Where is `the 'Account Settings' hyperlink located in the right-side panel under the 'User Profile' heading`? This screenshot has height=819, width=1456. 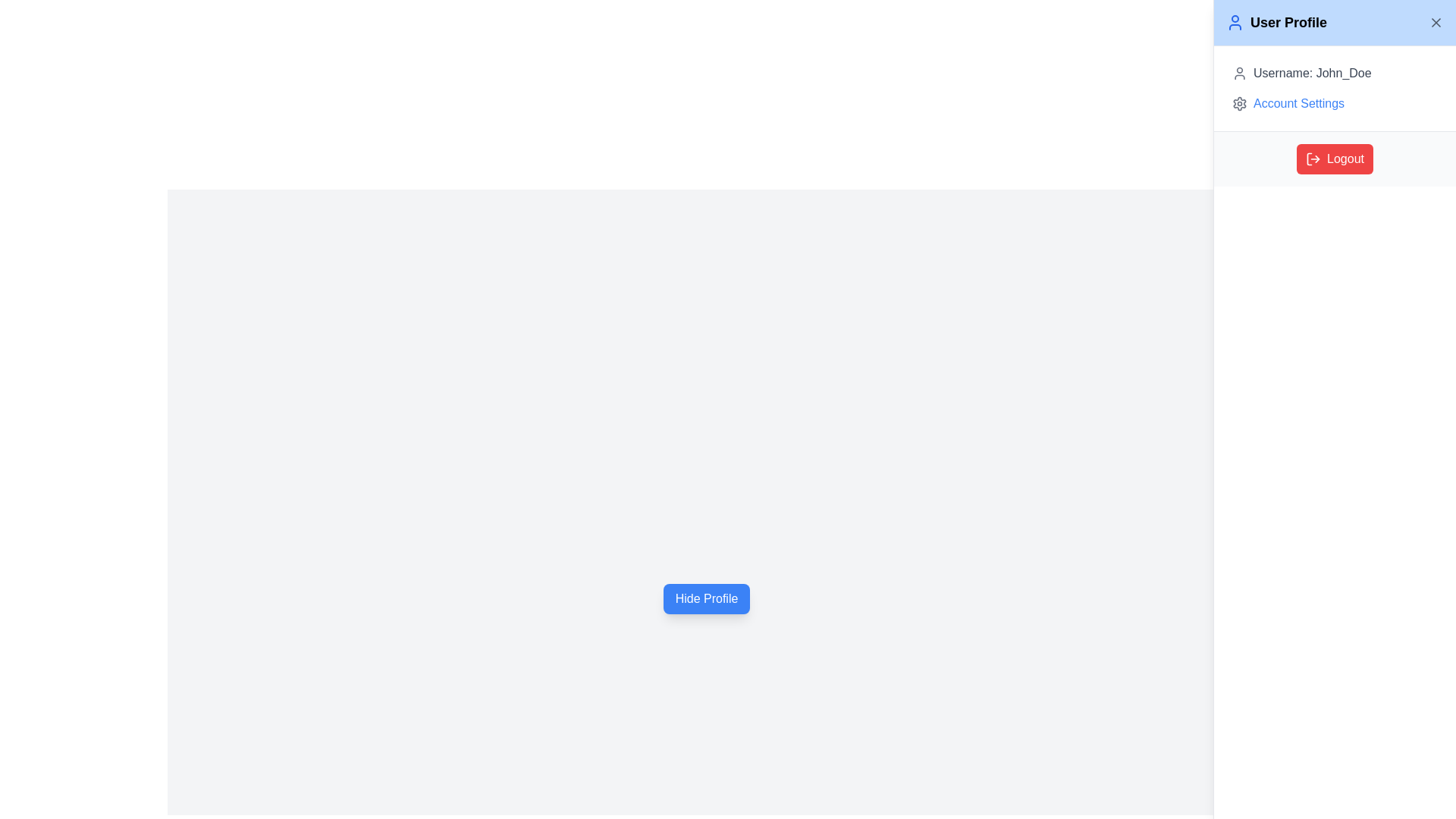 the 'Account Settings' hyperlink located in the right-side panel under the 'User Profile' heading is located at coordinates (1298, 103).